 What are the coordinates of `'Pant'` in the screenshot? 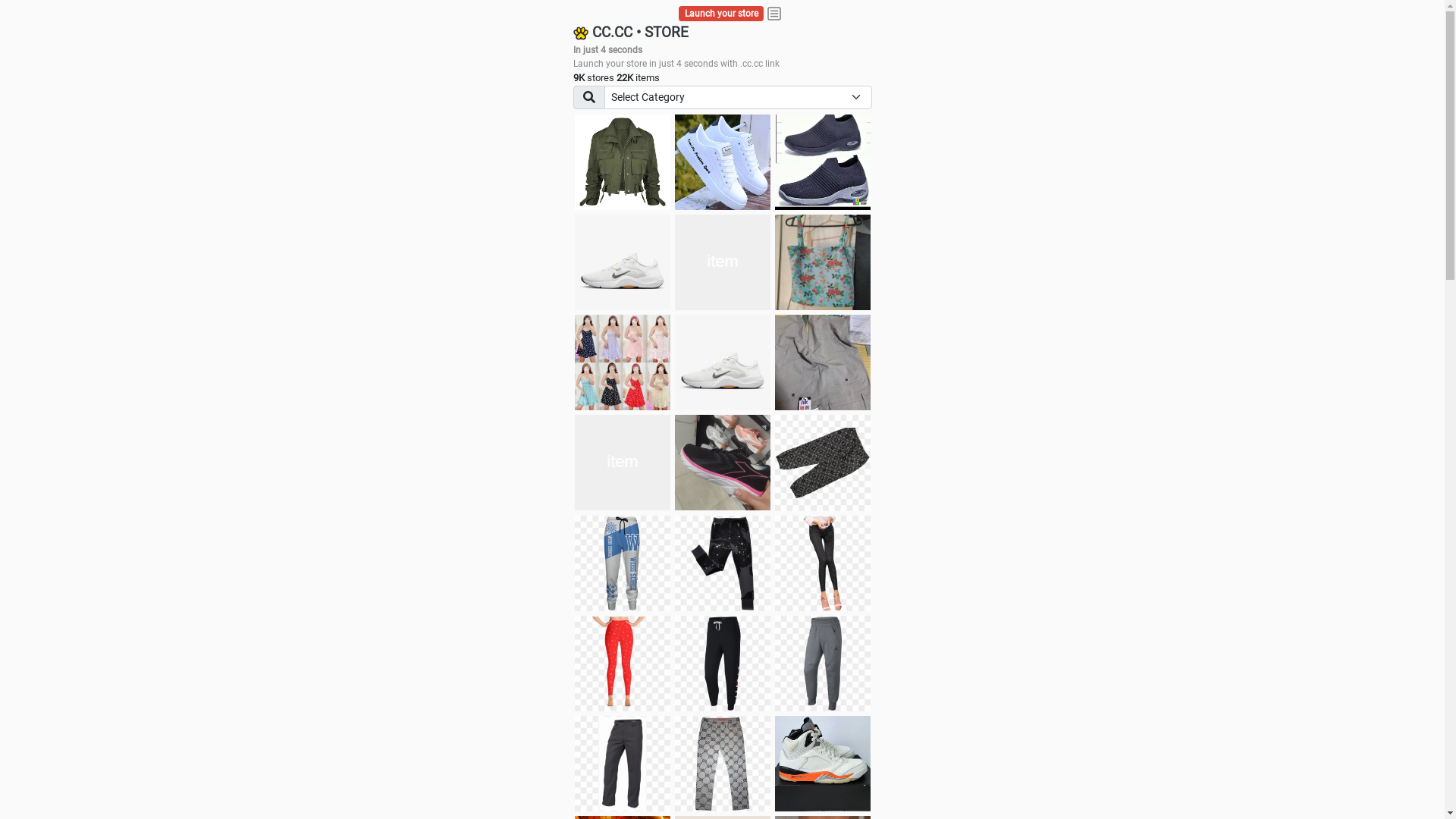 It's located at (821, 663).